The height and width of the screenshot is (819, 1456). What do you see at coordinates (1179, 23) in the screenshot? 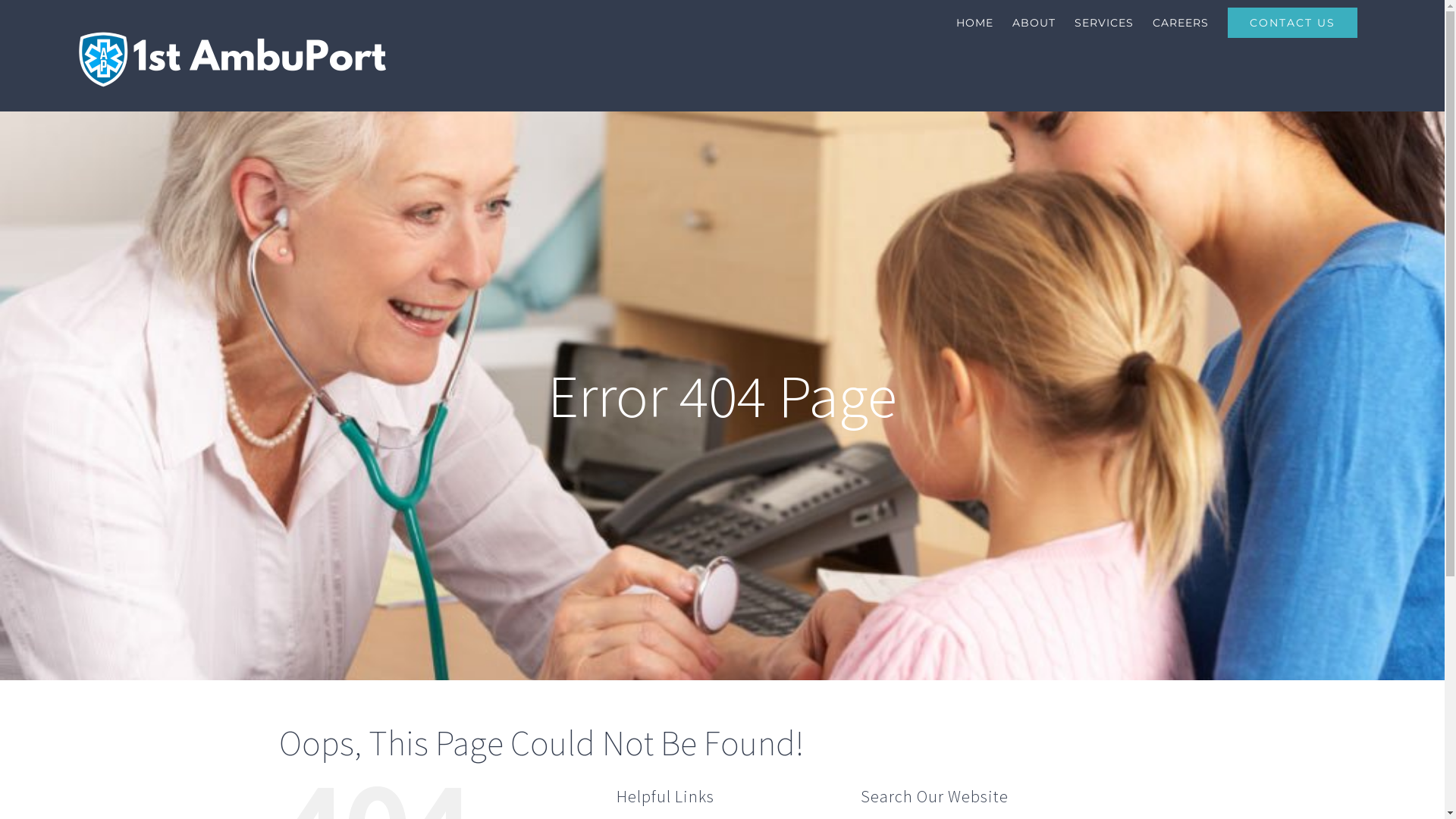
I see `'CAREERS'` at bounding box center [1179, 23].